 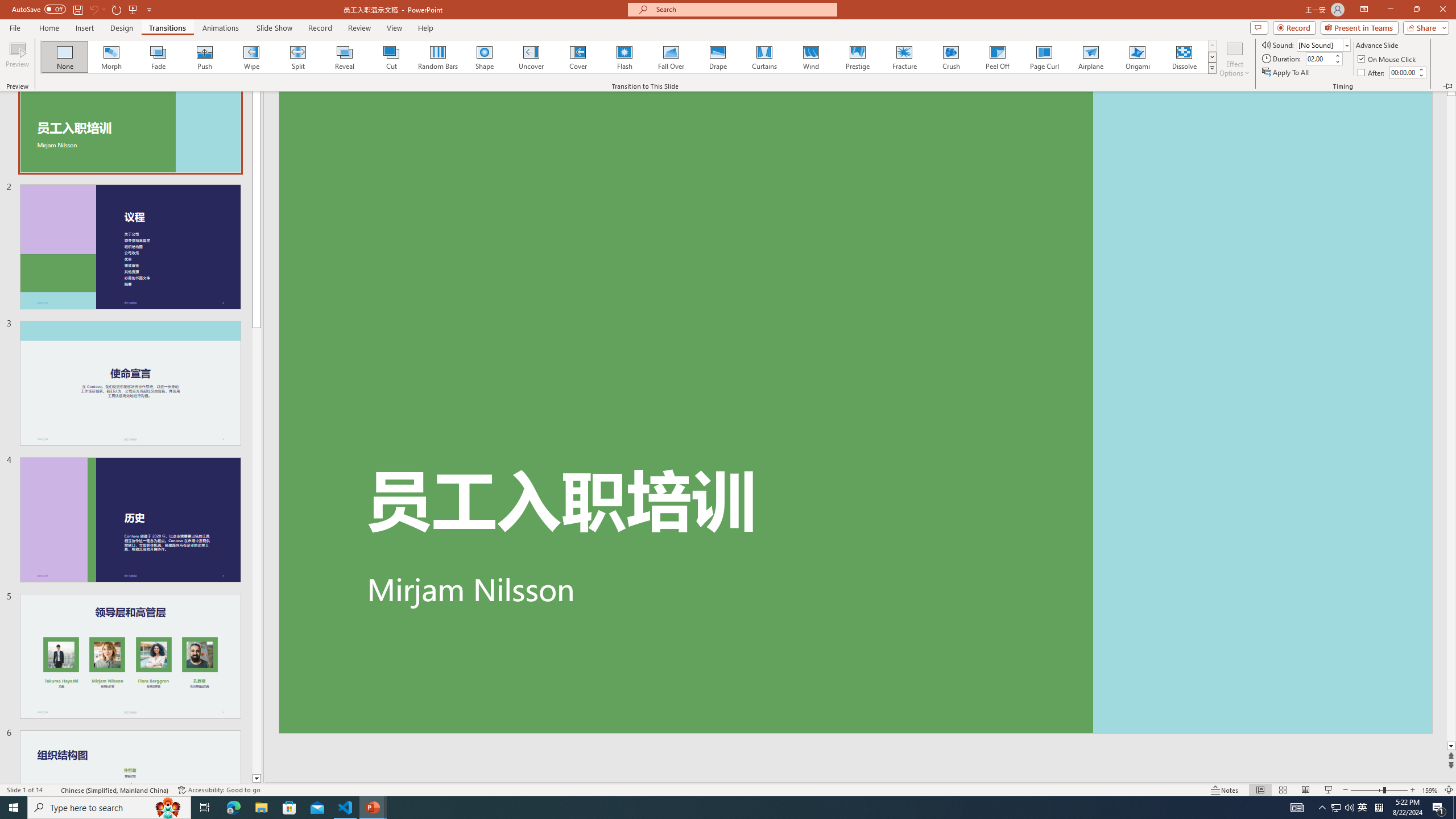 I want to click on 'Zoom 159%', so click(x=1430, y=790).